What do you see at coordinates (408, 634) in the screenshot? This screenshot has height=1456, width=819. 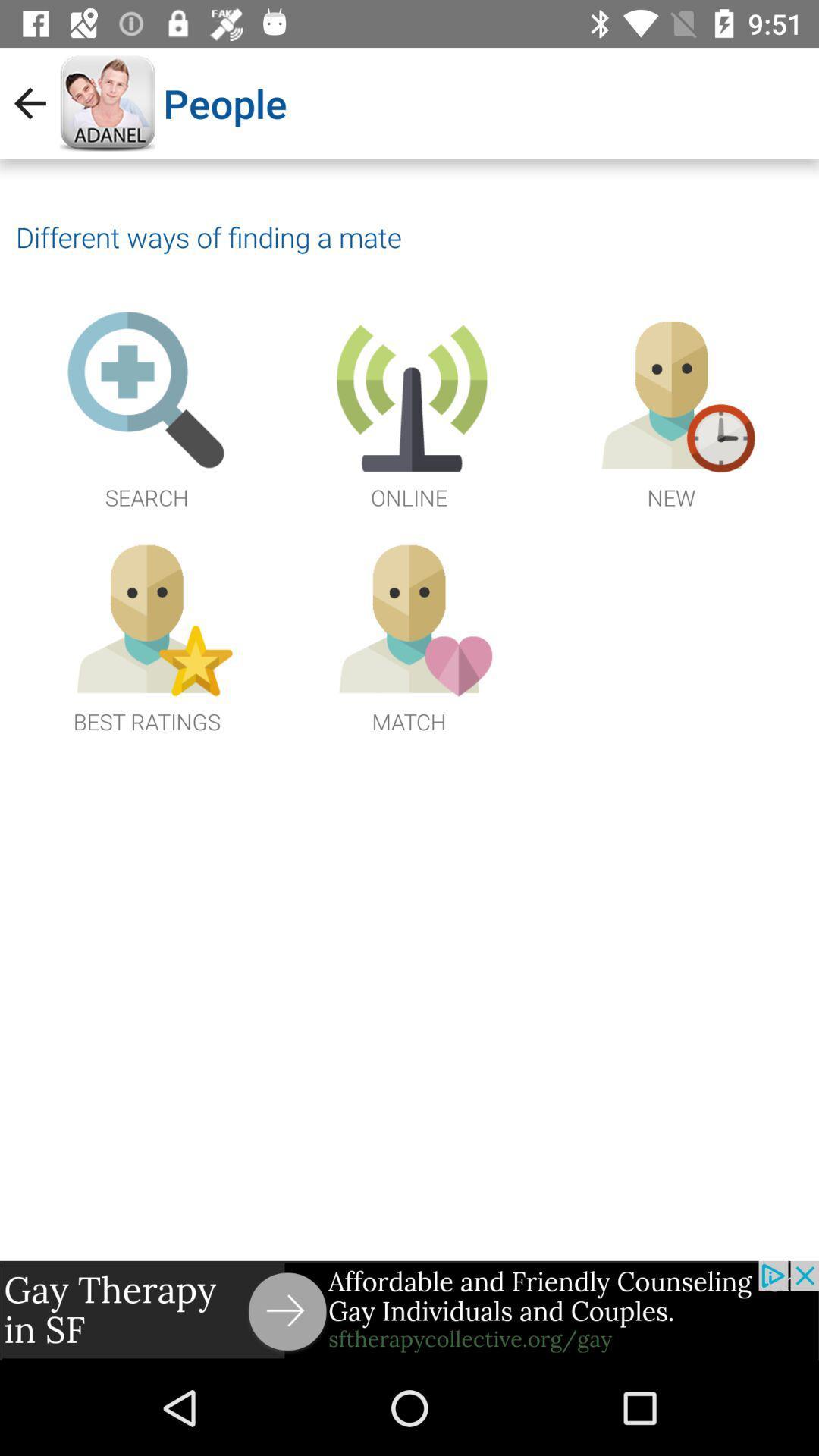 I see `match` at bounding box center [408, 634].